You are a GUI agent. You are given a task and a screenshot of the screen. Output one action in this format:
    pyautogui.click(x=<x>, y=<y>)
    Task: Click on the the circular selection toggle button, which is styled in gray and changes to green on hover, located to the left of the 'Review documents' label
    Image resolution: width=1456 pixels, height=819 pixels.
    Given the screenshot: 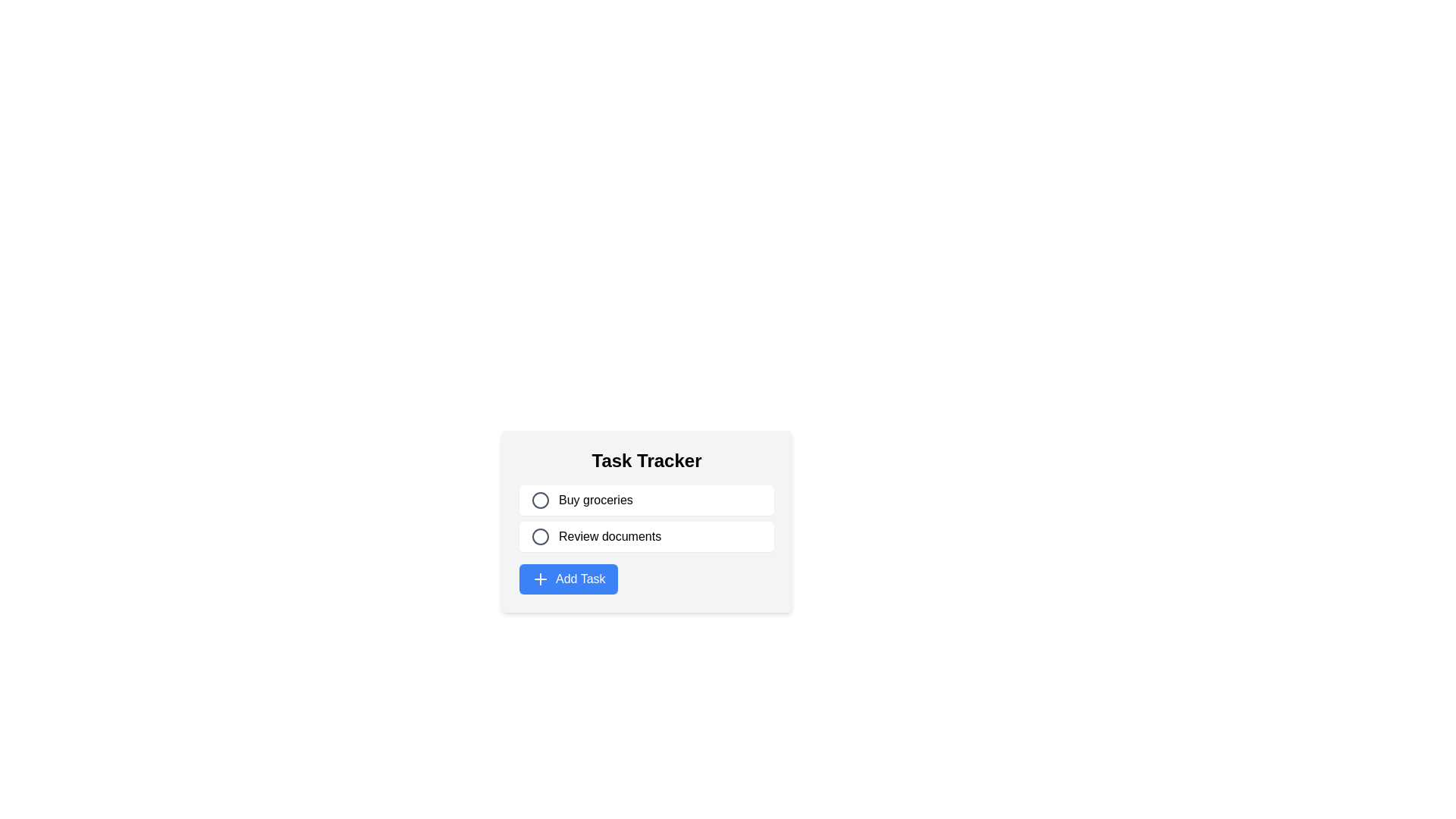 What is the action you would take?
    pyautogui.click(x=541, y=536)
    